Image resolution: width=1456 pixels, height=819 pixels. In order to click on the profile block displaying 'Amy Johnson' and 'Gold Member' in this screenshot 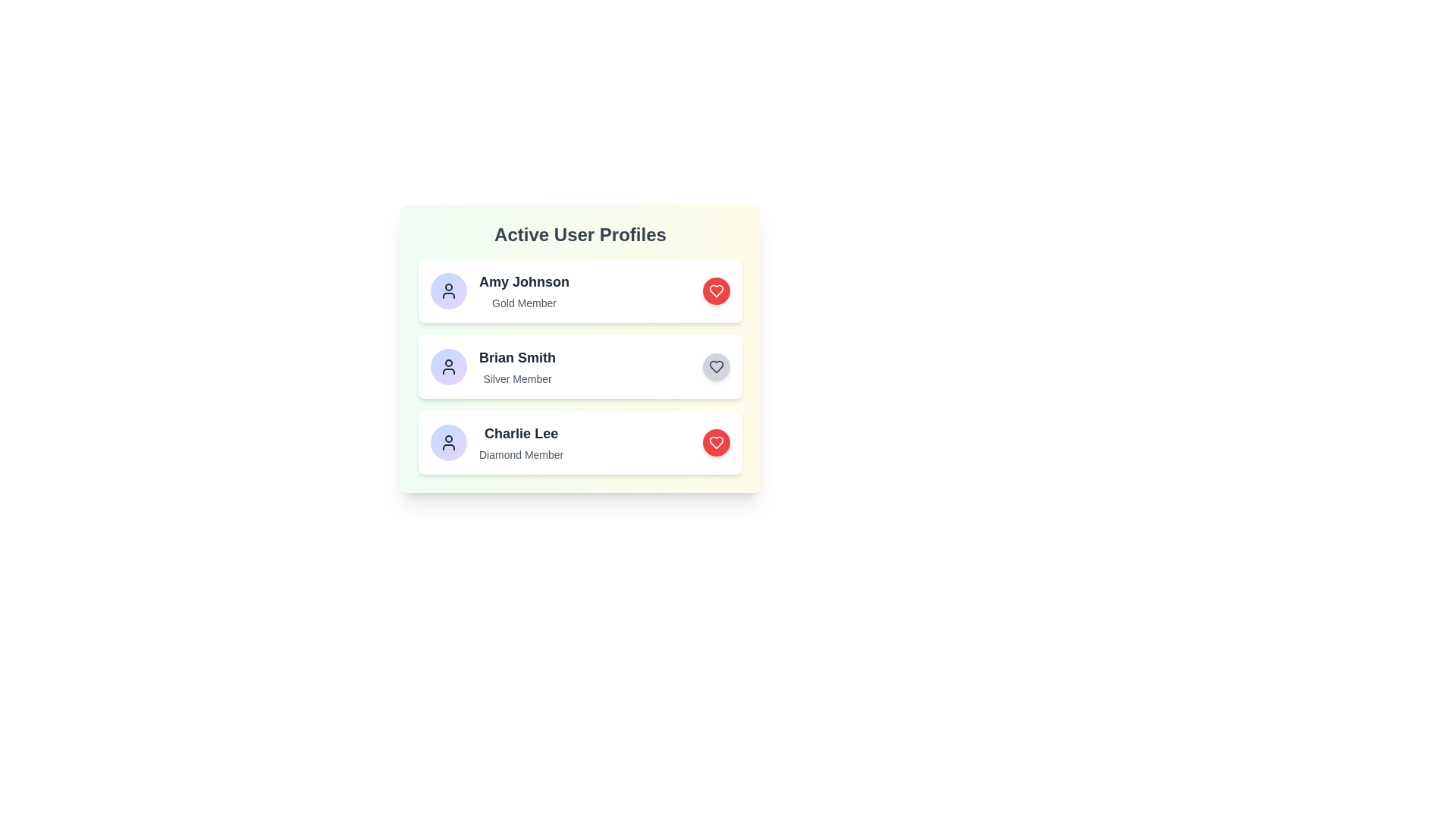, I will do `click(500, 291)`.